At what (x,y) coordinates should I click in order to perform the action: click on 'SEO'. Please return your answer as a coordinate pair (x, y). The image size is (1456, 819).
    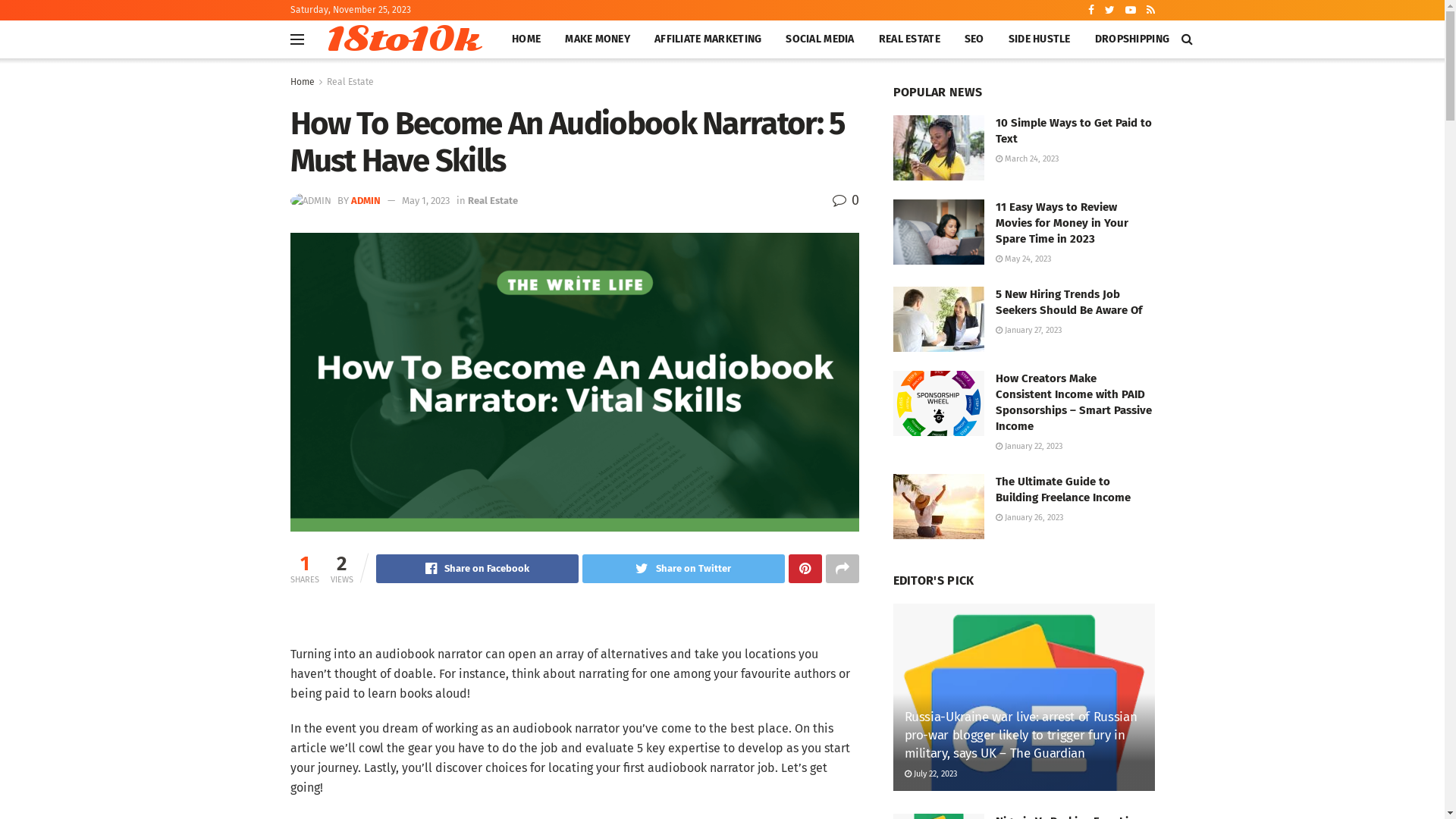
    Looking at the image, I should click on (974, 38).